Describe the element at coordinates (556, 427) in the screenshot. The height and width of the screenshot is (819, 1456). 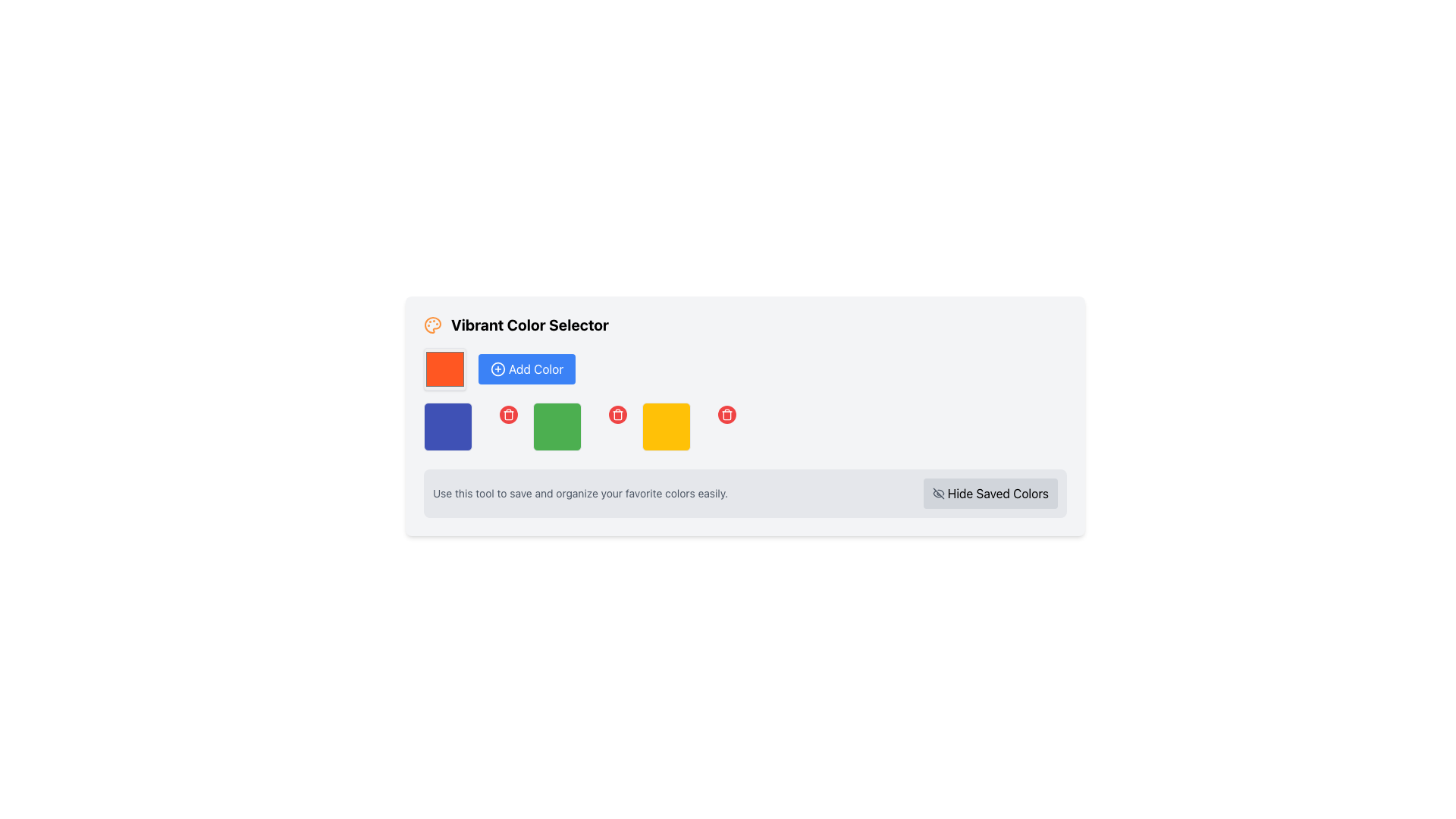
I see `the green color swatch located` at that location.